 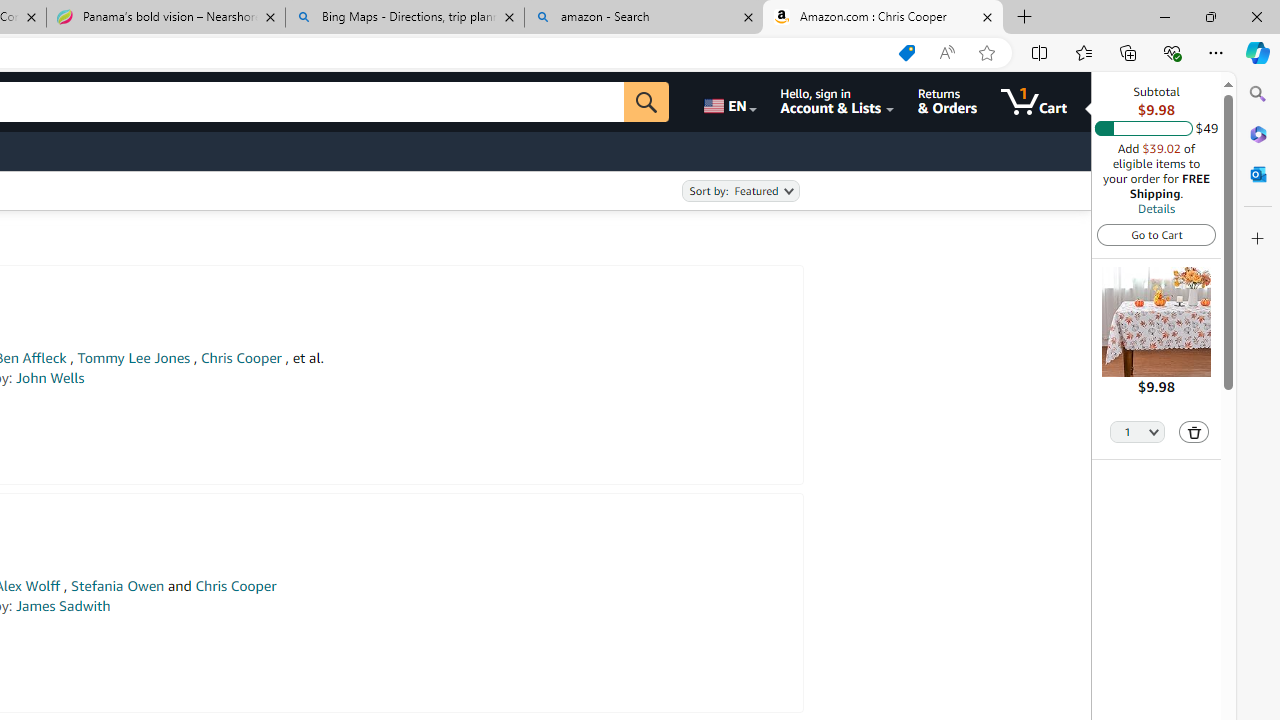 What do you see at coordinates (63, 605) in the screenshot?
I see `'James Sadwith'` at bounding box center [63, 605].